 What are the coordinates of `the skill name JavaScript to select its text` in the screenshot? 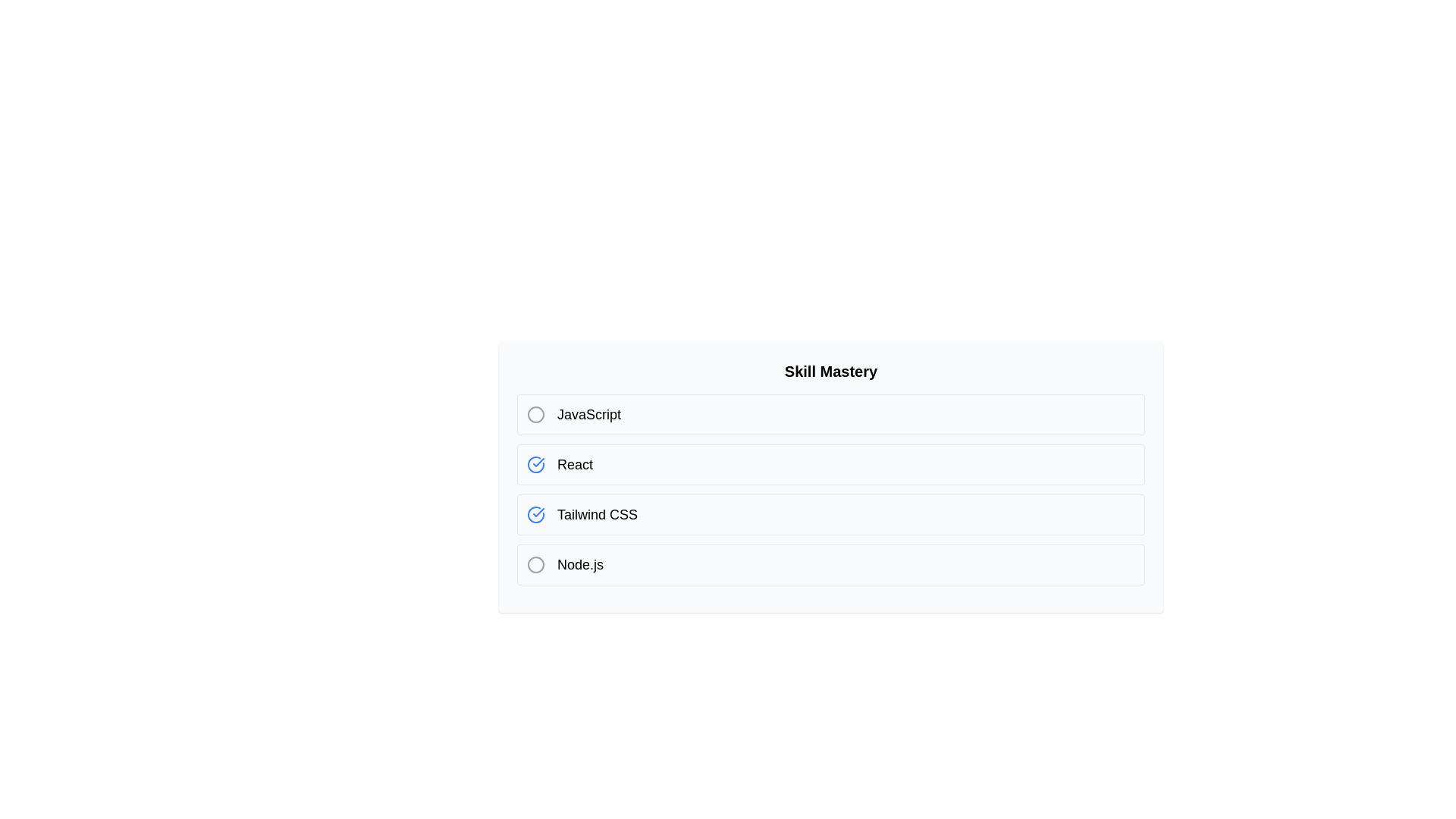 It's located at (588, 415).